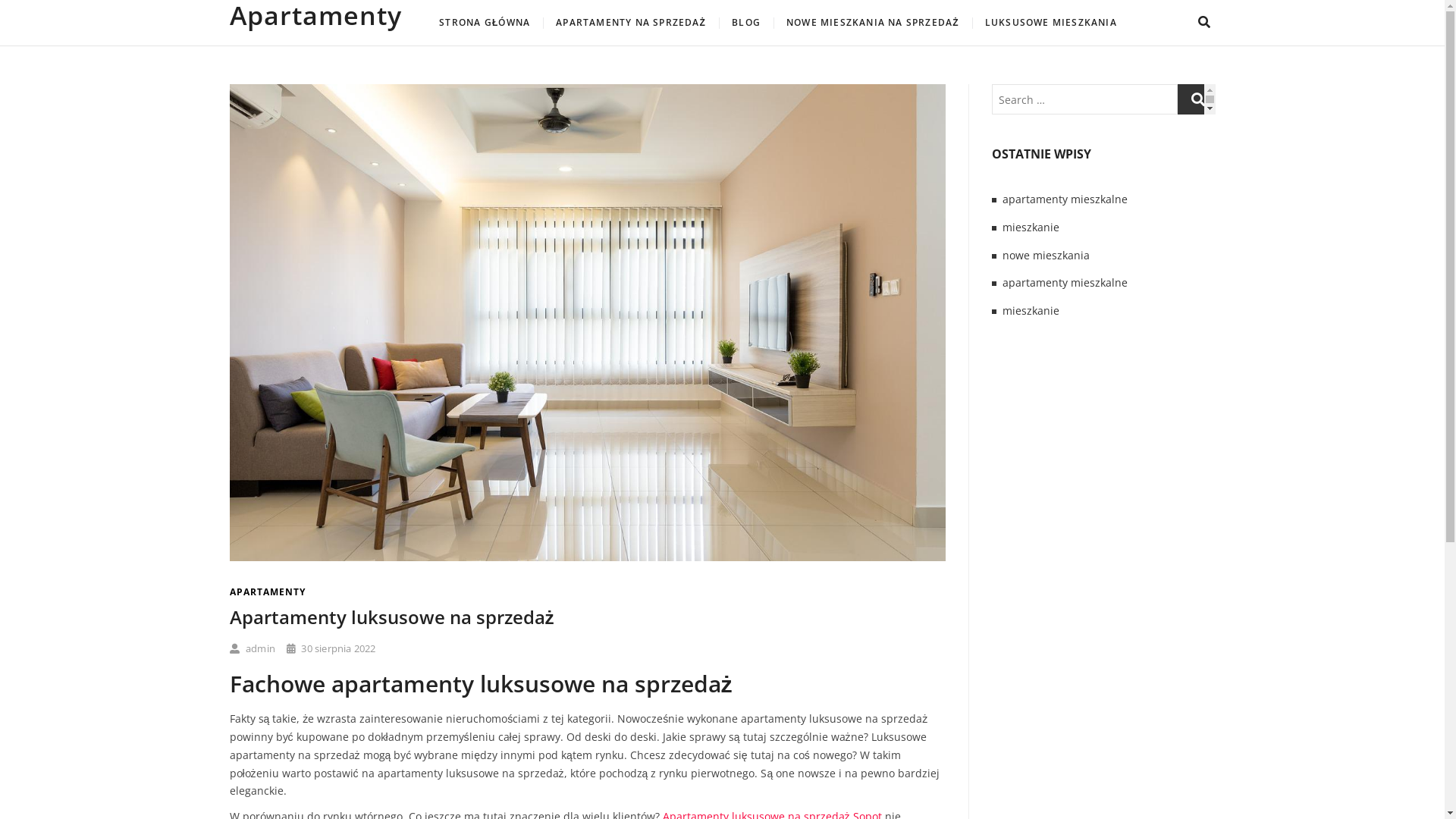 The image size is (1456, 819). What do you see at coordinates (266, 591) in the screenshot?
I see `'APARTAMENTY'` at bounding box center [266, 591].